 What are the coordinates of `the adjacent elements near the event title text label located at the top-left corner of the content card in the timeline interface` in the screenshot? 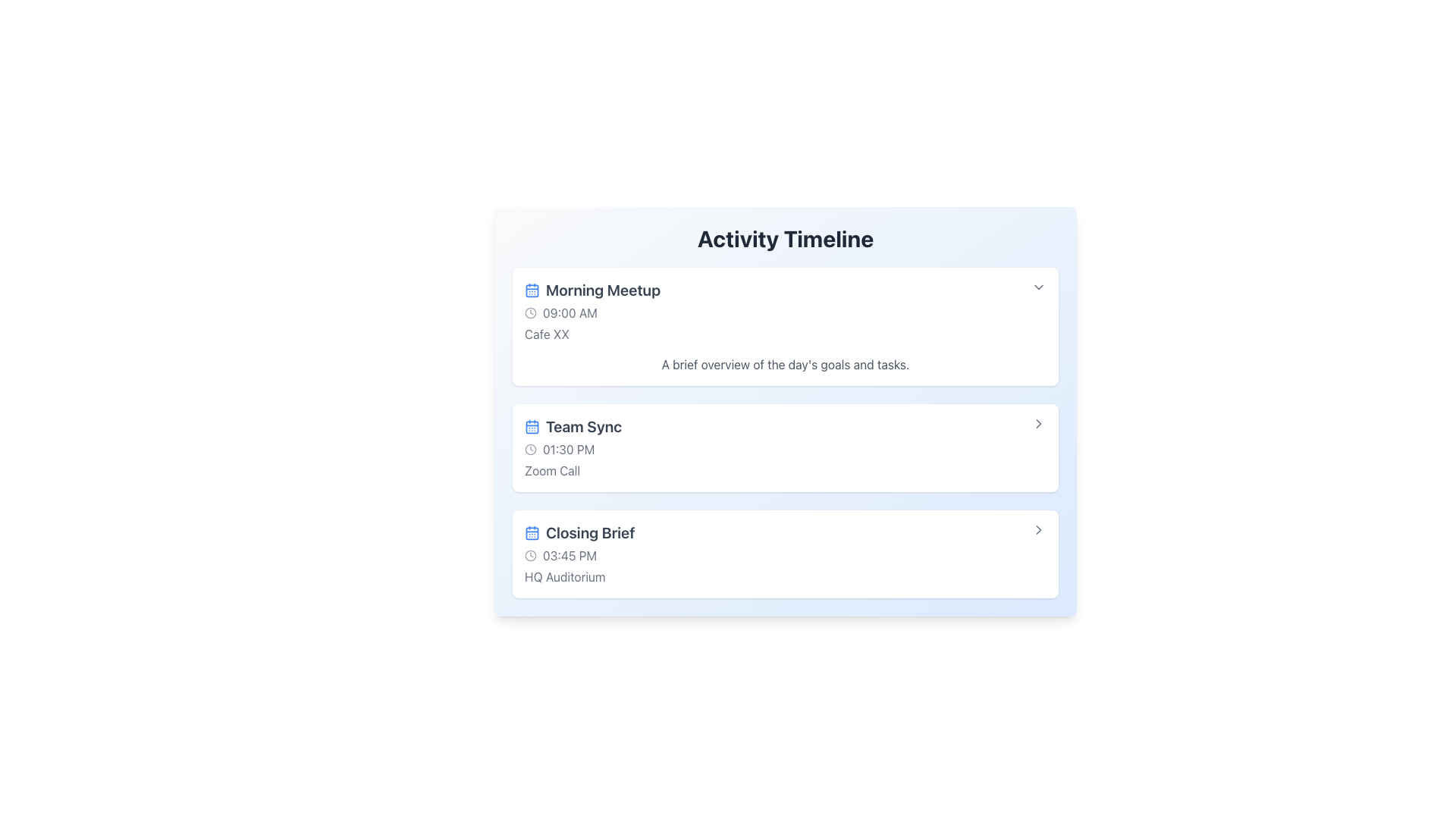 It's located at (591, 290).